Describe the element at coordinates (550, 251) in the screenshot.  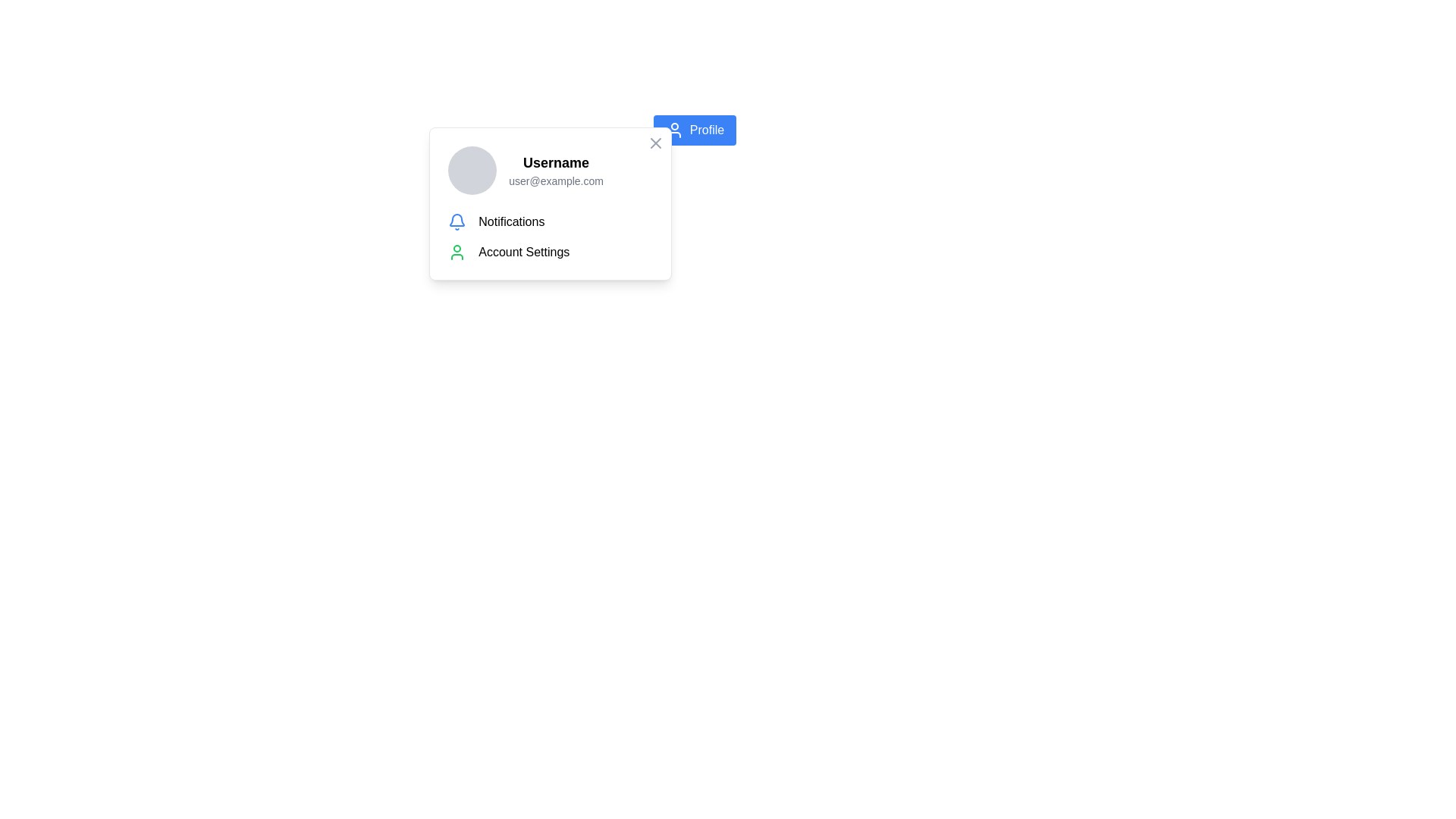
I see `the account settings label with its associated icon, positioned below the Notifications label` at that location.